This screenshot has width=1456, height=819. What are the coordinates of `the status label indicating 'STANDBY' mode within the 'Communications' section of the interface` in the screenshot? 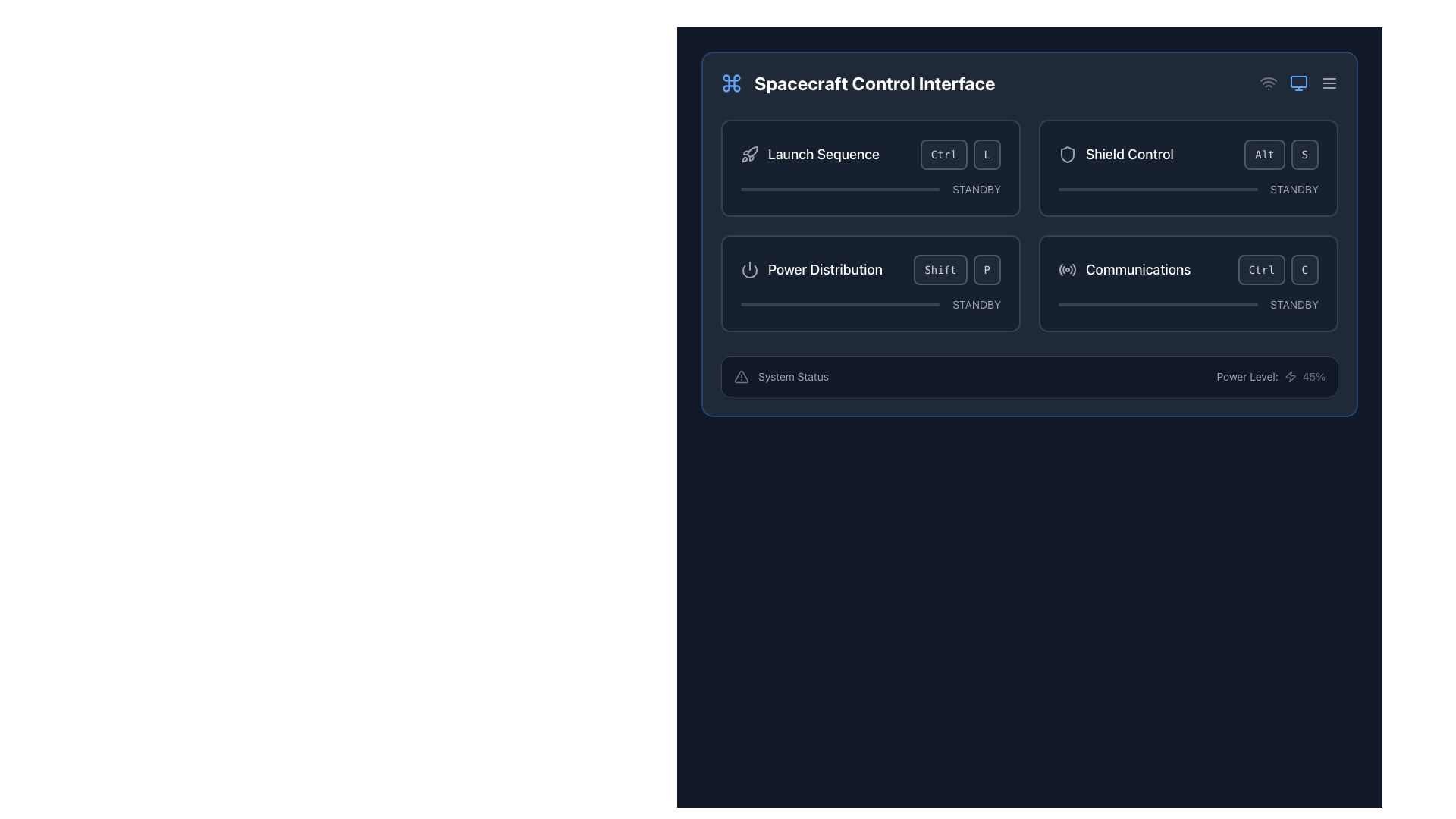 It's located at (1294, 304).